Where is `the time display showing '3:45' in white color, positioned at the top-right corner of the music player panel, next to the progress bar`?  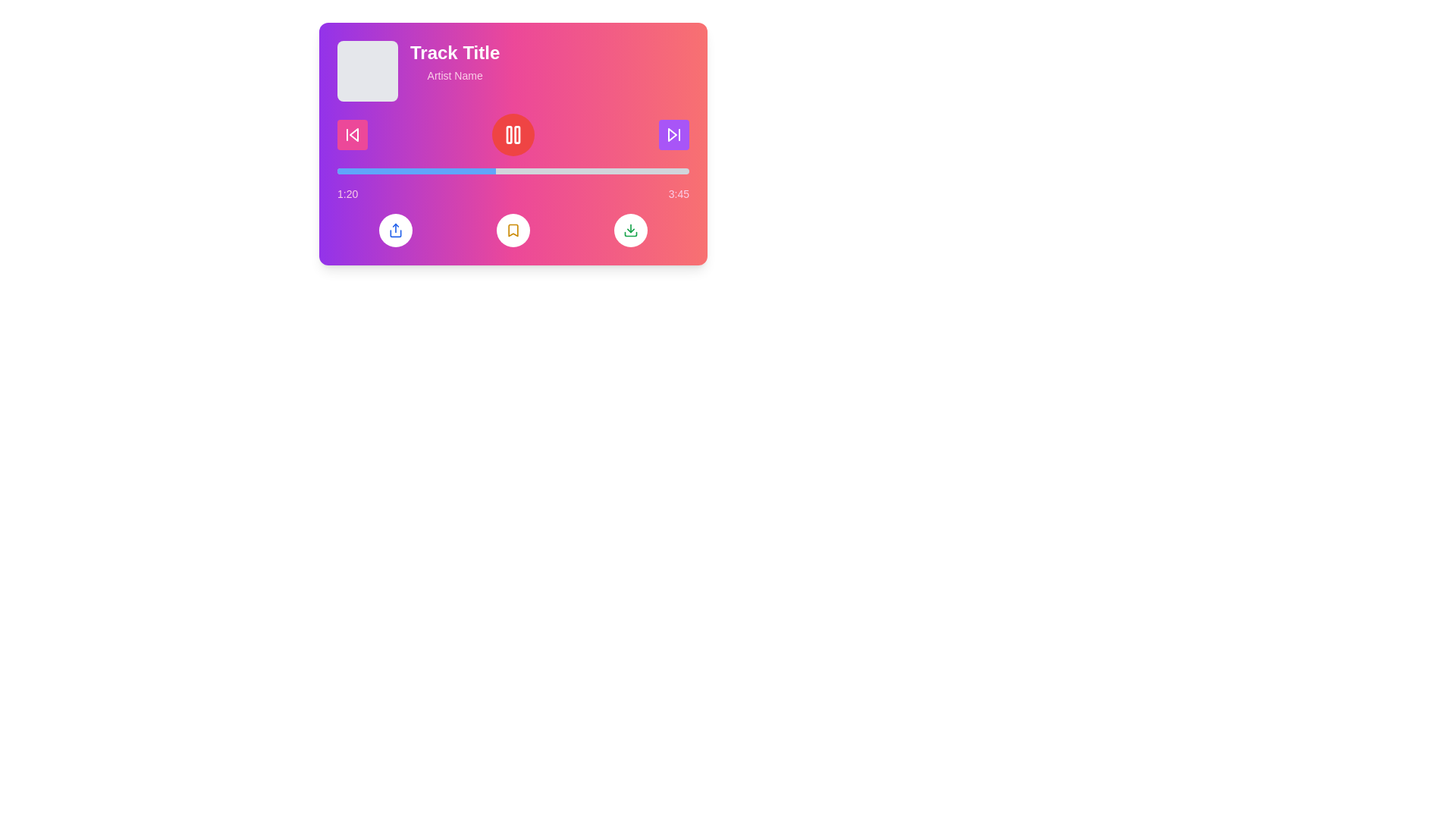 the time display showing '3:45' in white color, positioned at the top-right corner of the music player panel, next to the progress bar is located at coordinates (678, 193).